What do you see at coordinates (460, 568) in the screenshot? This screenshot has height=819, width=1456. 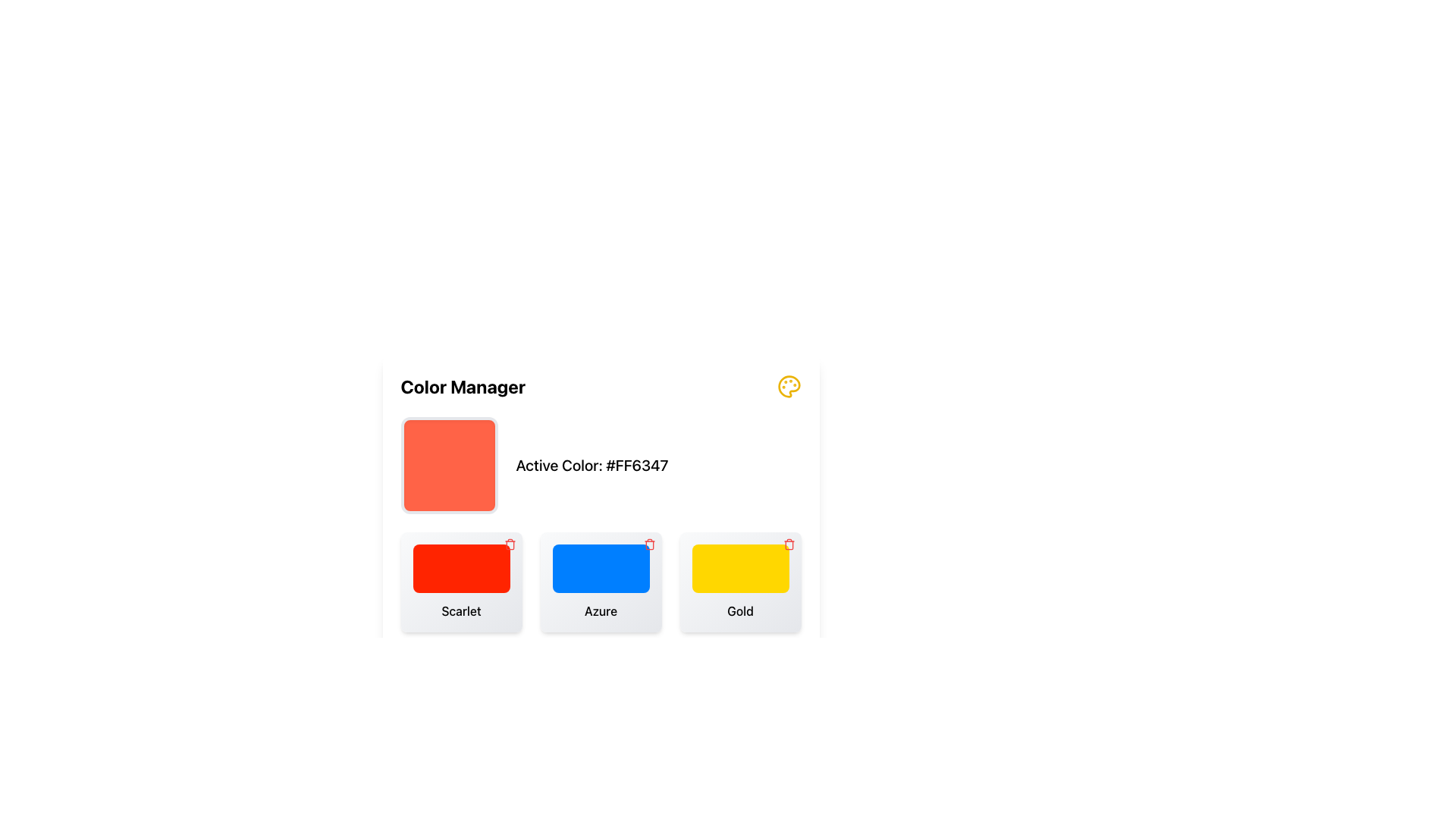 I see `the Color Swatch labeled 'Scarlet' for accessibility navigation` at bounding box center [460, 568].